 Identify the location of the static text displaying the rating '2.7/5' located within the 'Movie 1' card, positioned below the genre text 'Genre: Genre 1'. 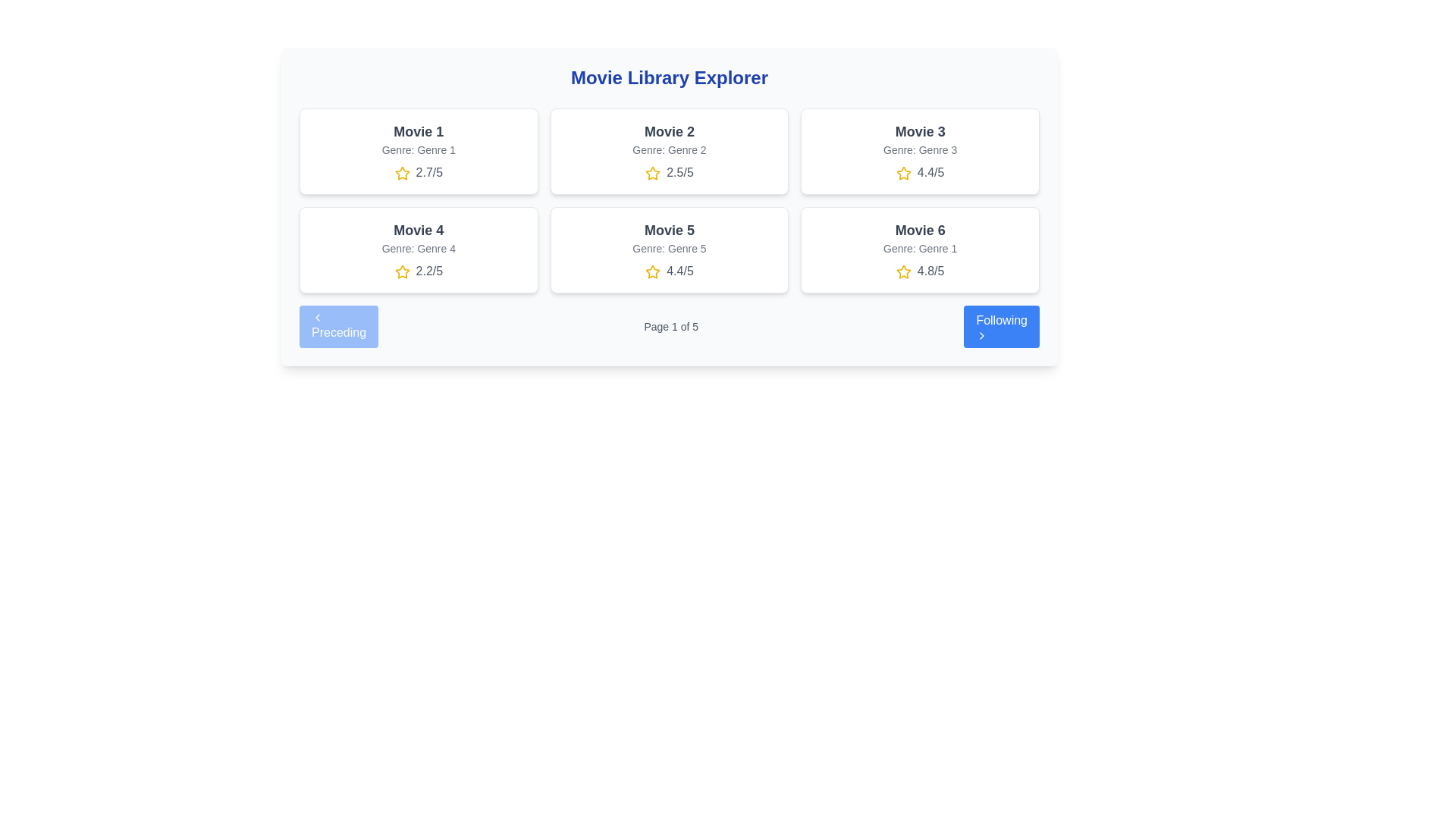
(419, 171).